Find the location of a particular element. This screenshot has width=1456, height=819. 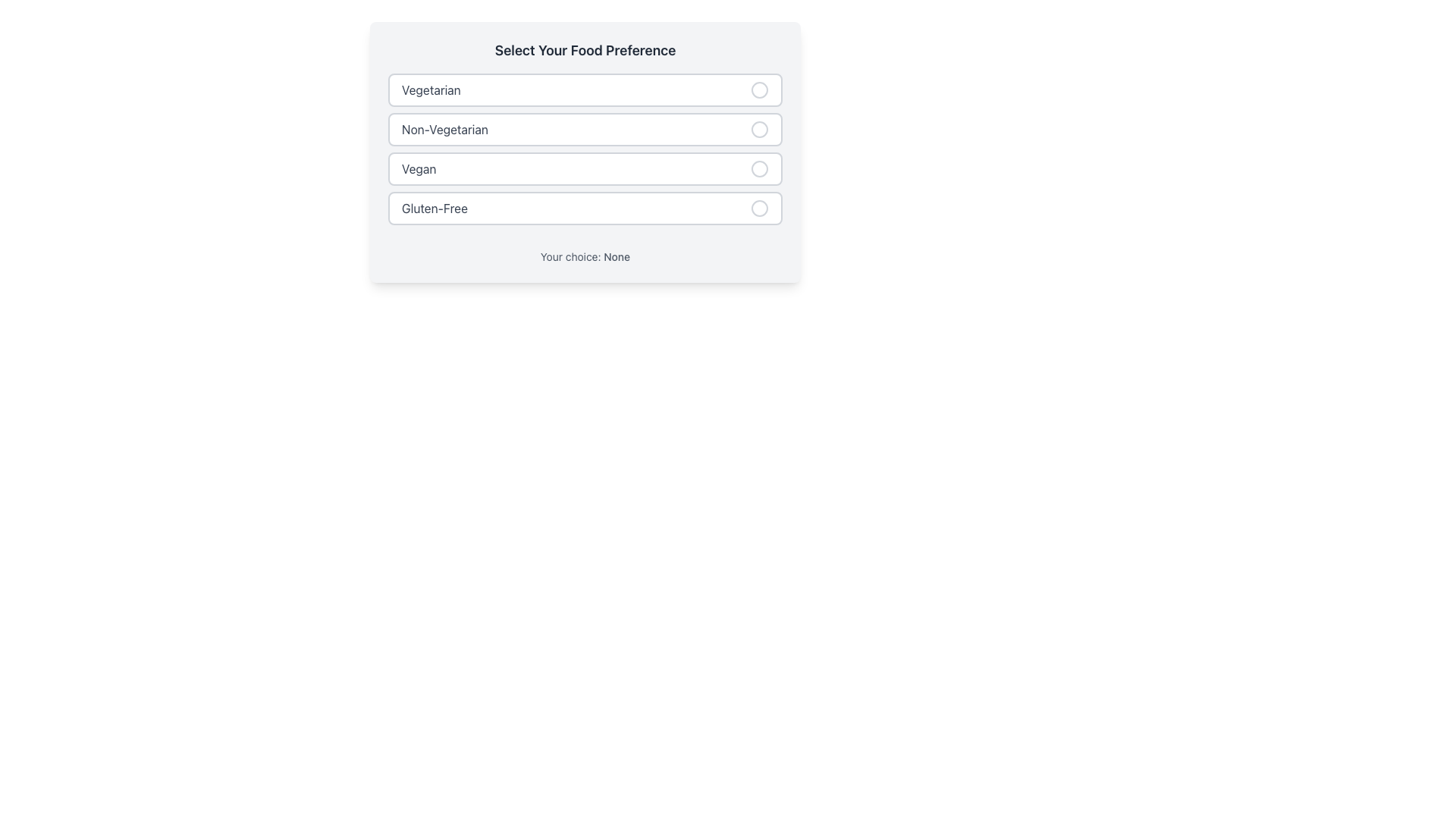

the 'Select Your Food Preference' text label element, which is prominently displayed at the top of a card-styled section is located at coordinates (585, 49).